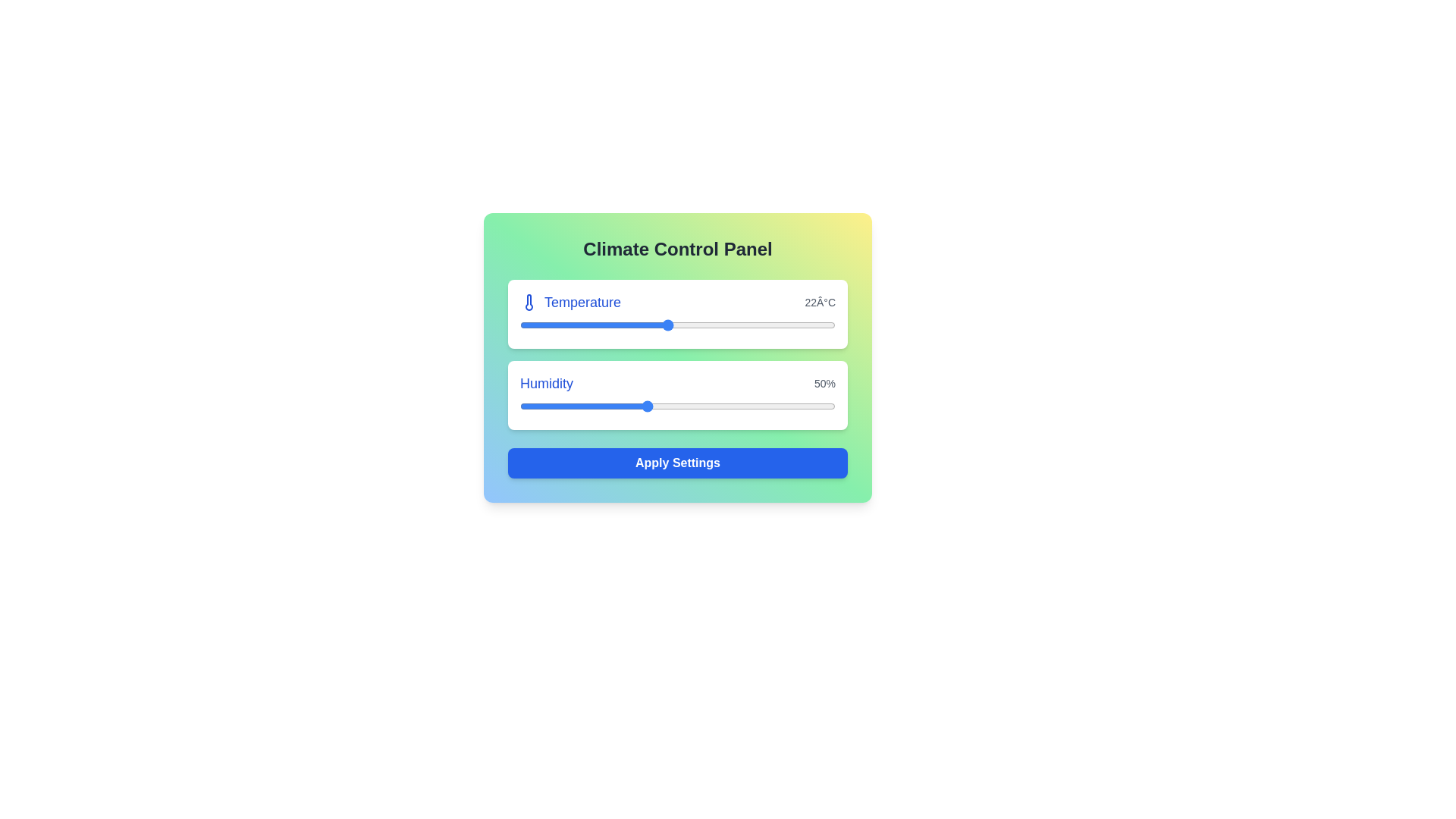 The width and height of the screenshot is (1456, 819). Describe the element at coordinates (570, 302) in the screenshot. I see `the Text Label that indicates the temperature control functionality, located at the top center of the Climate Control Panel, immediately to the right of the thermometer icon` at that location.